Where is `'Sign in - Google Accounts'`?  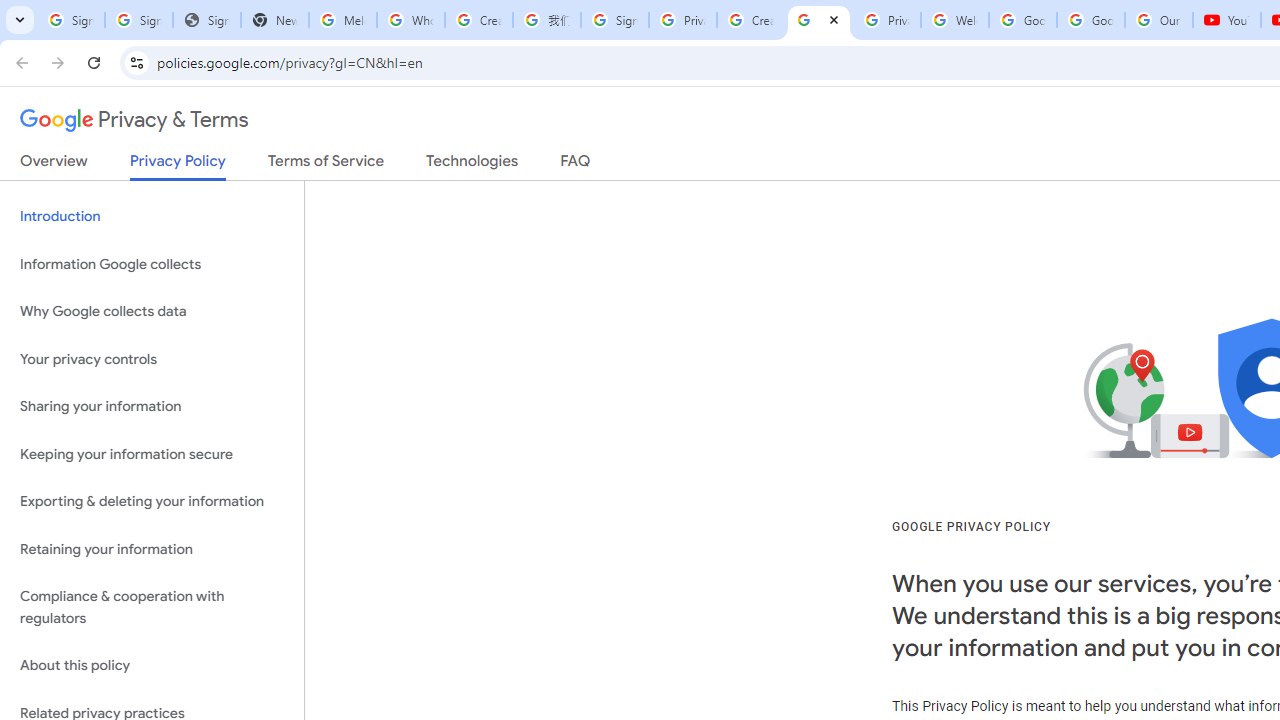 'Sign in - Google Accounts' is located at coordinates (614, 20).